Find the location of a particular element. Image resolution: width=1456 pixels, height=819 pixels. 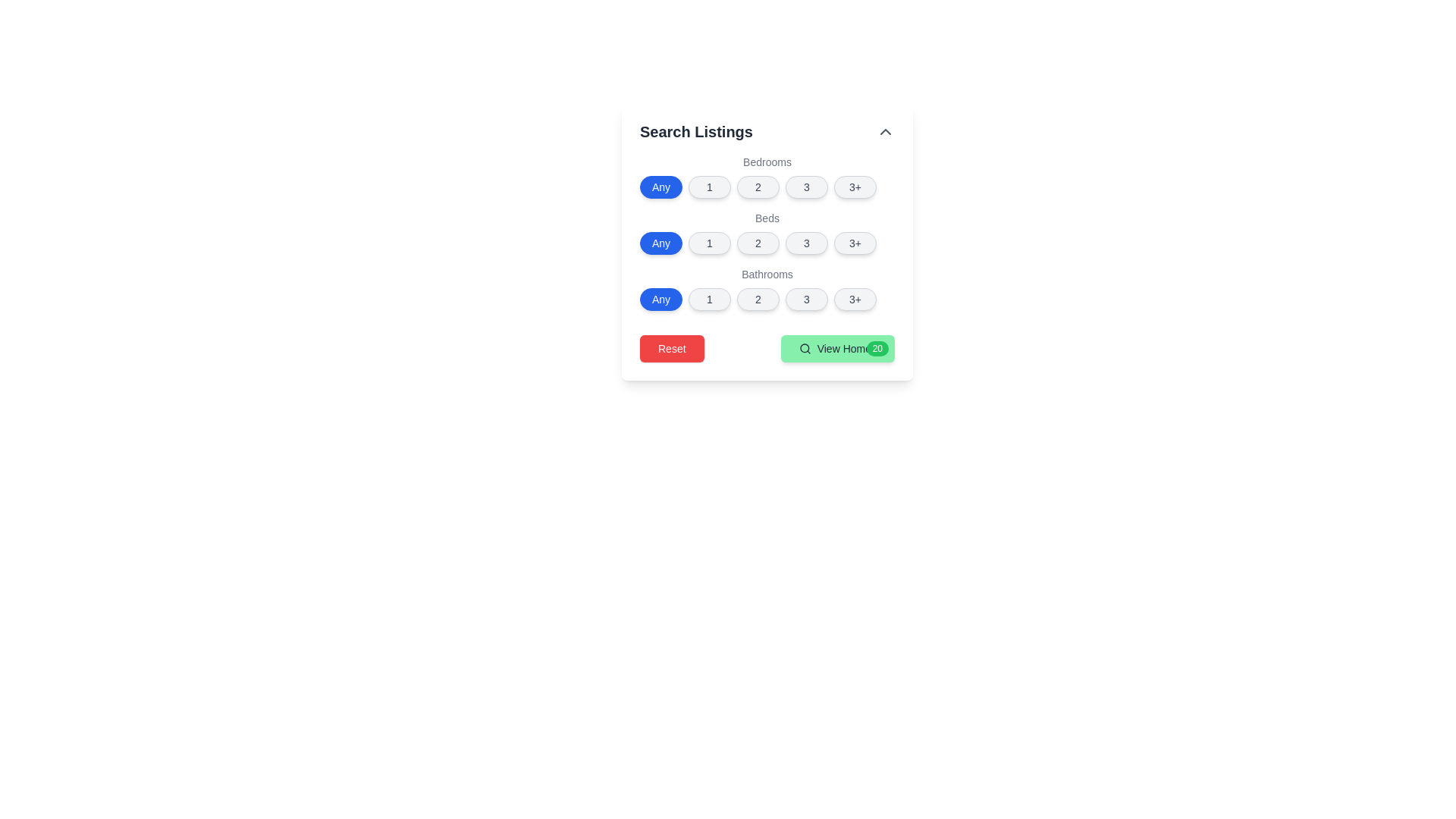

the button that allows users to select a value of '2' for the 'Bedrooms' parameter in the filtering interface, located as the third button under the 'Bedrooms' category is located at coordinates (767, 186).